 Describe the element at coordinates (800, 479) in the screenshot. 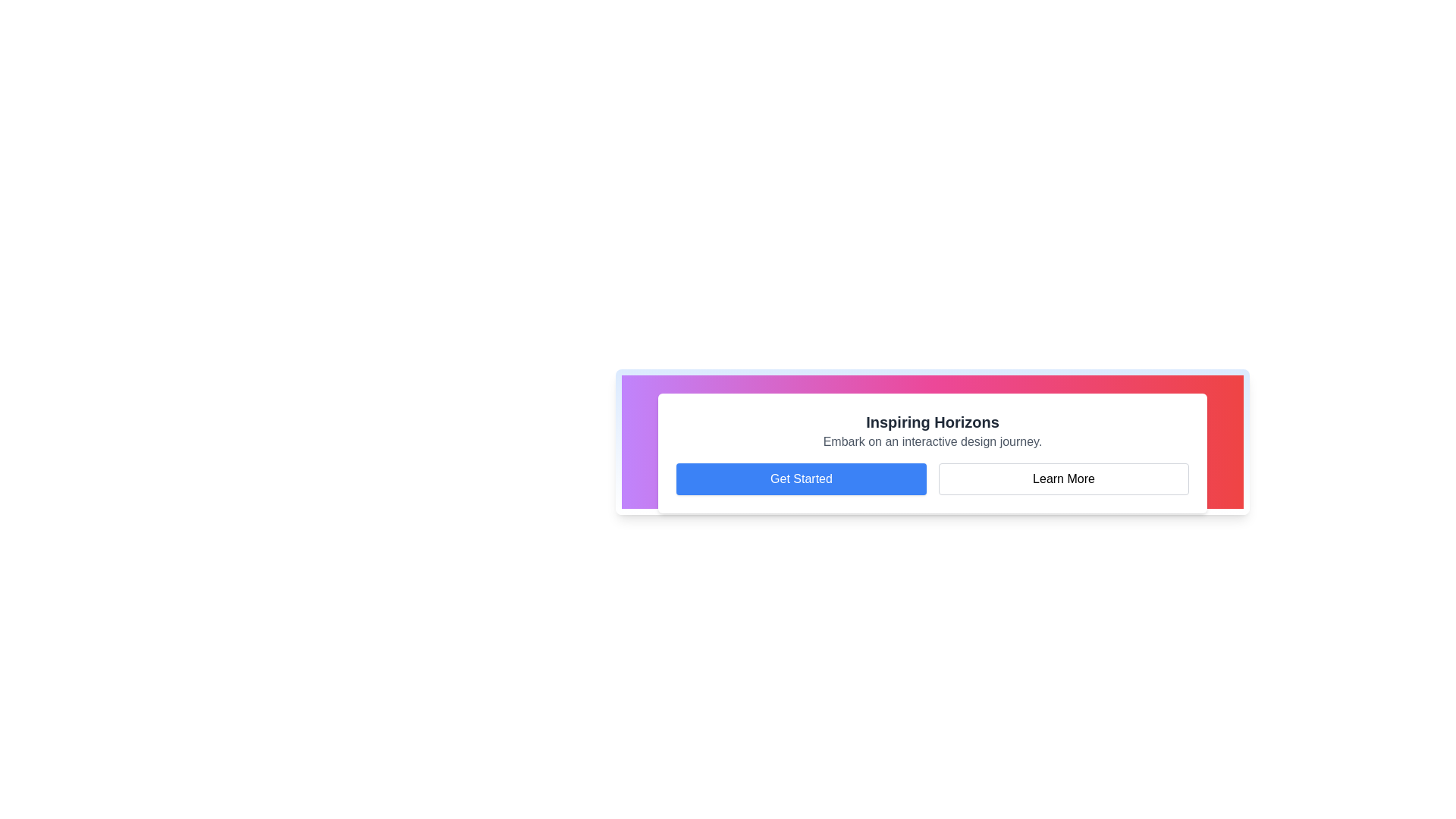

I see `the bright blue rectangular button with rounded corners that reads 'Get Started' to activate its hover effect` at that location.